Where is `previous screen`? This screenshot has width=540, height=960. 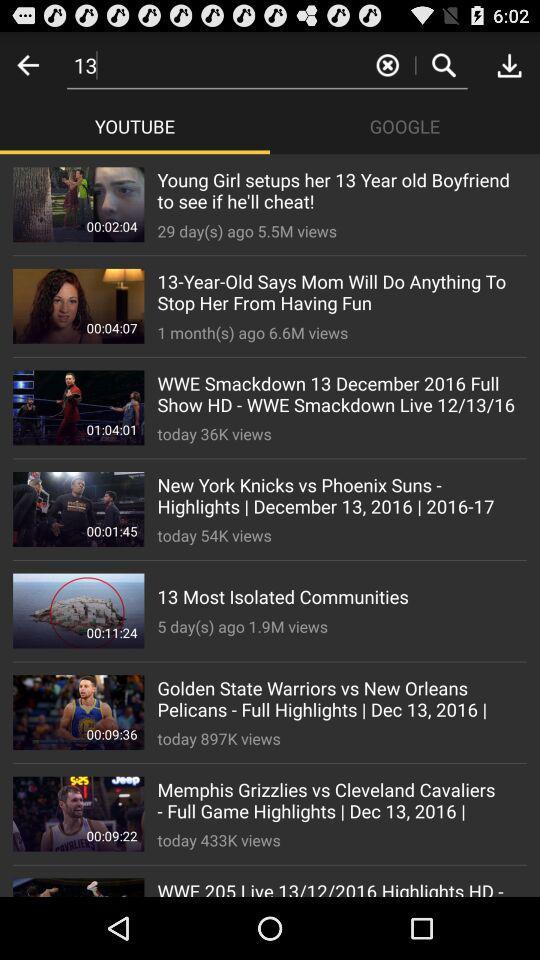
previous screen is located at coordinates (26, 64).